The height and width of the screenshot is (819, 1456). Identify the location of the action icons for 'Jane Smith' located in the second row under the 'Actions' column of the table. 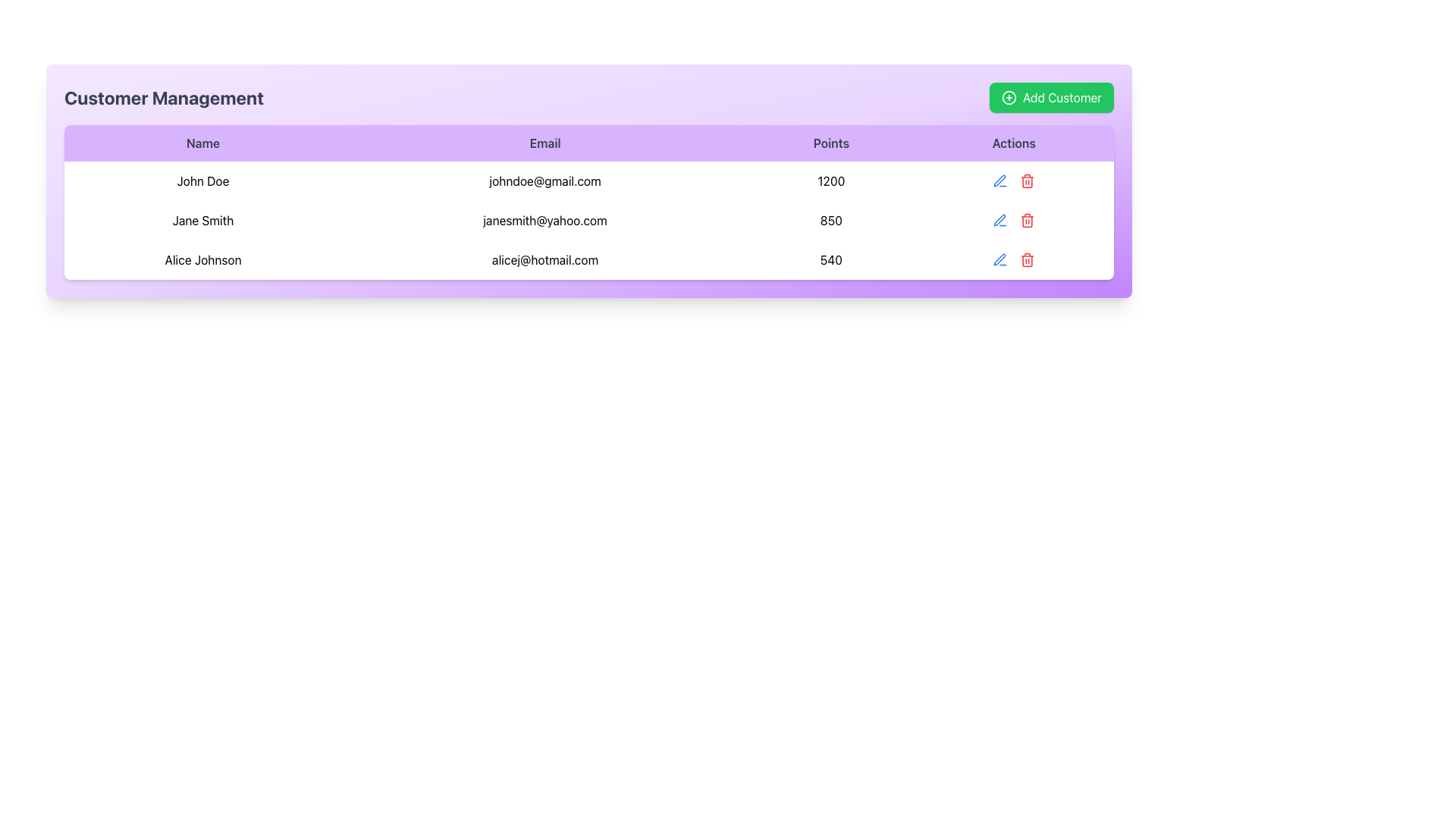
(1014, 220).